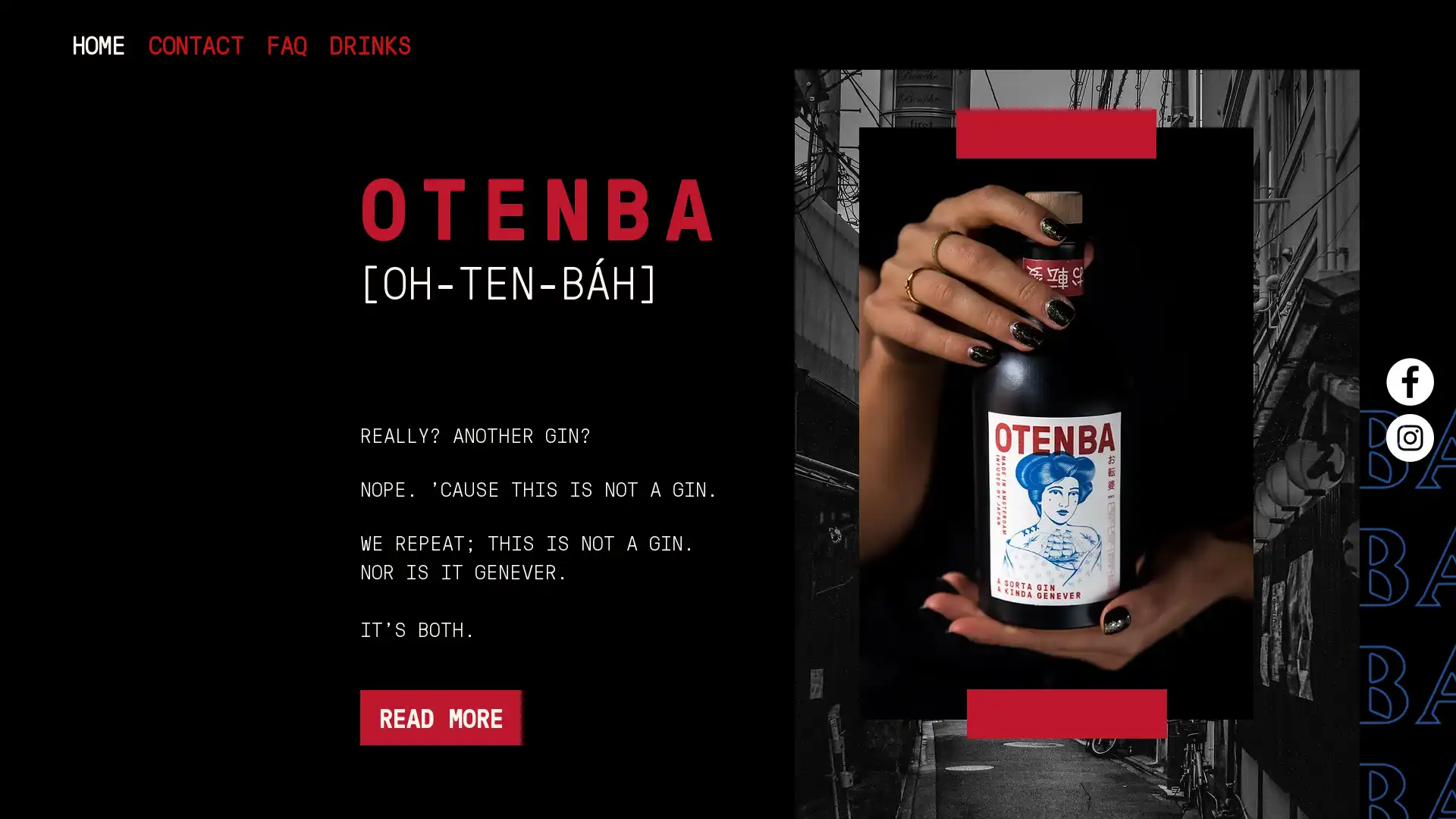 Image resolution: width=1456 pixels, height=819 pixels. I want to click on Back to site, so click(1394, 54).